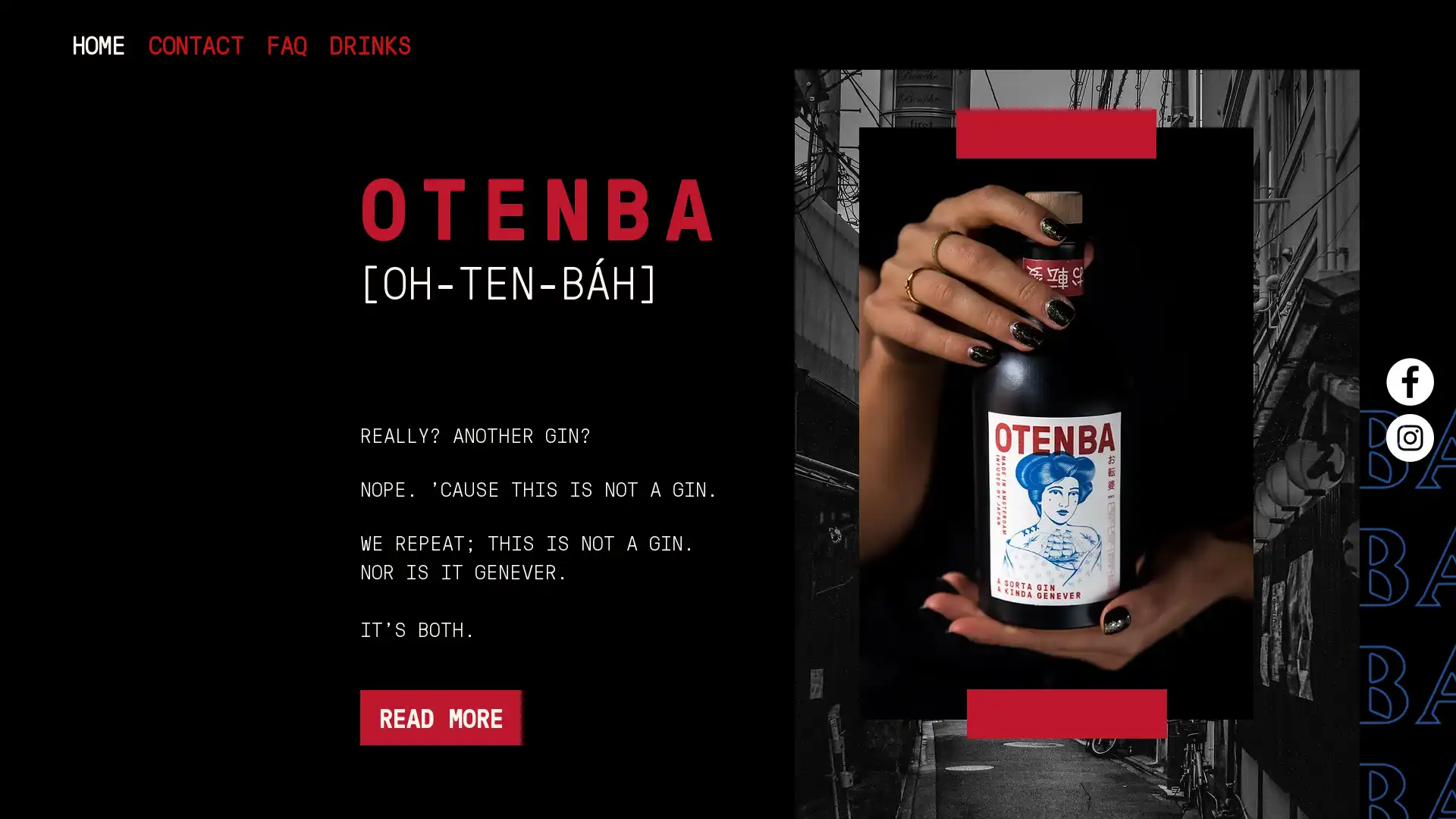 Image resolution: width=1456 pixels, height=819 pixels. I want to click on Back to site, so click(1394, 54).